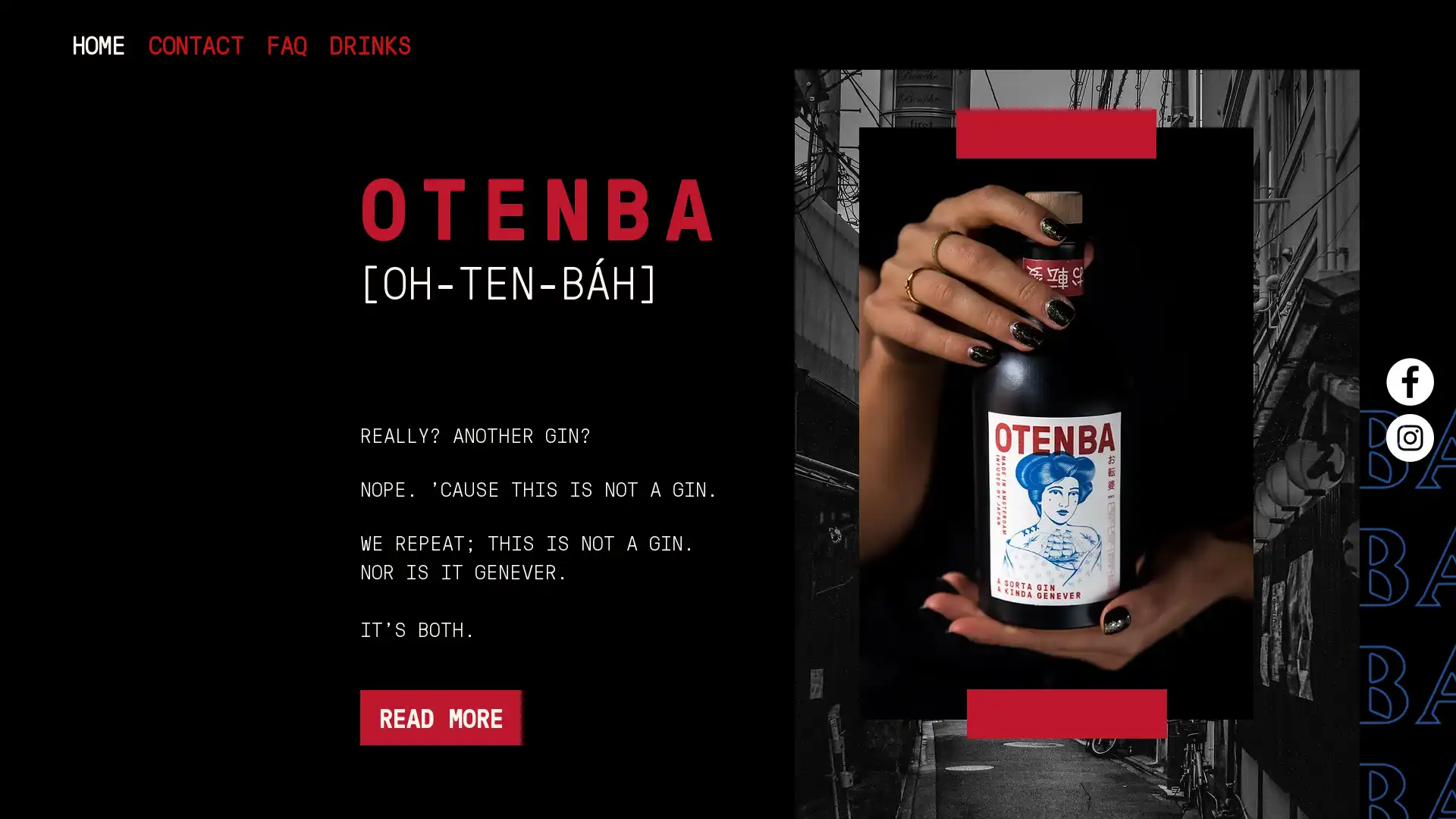 Image resolution: width=1456 pixels, height=819 pixels. I want to click on Back to site, so click(1394, 54).